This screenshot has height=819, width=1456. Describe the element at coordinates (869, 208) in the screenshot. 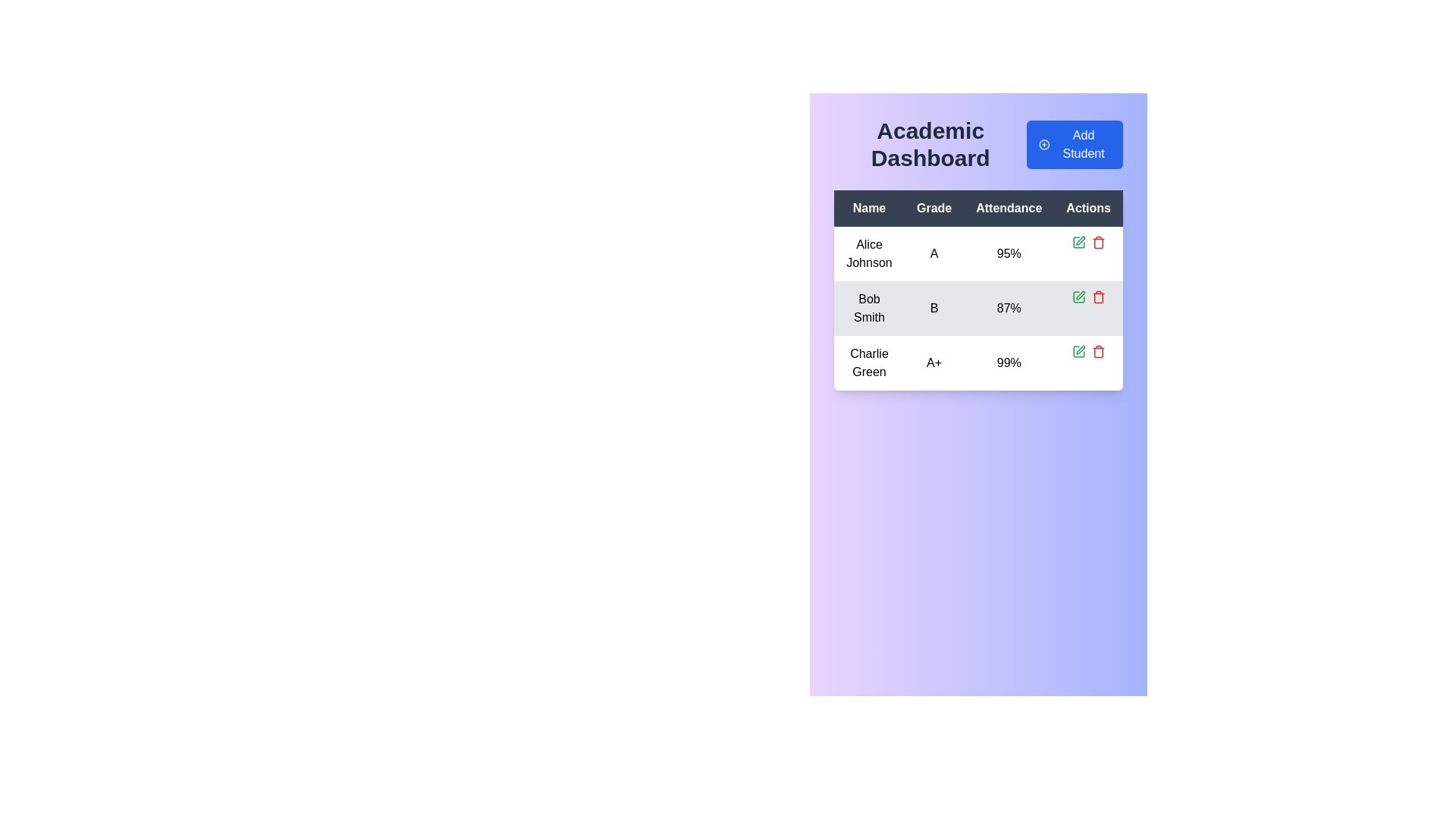

I see `text from the Table Header that indicates the names column, which is the first header in the table` at that location.